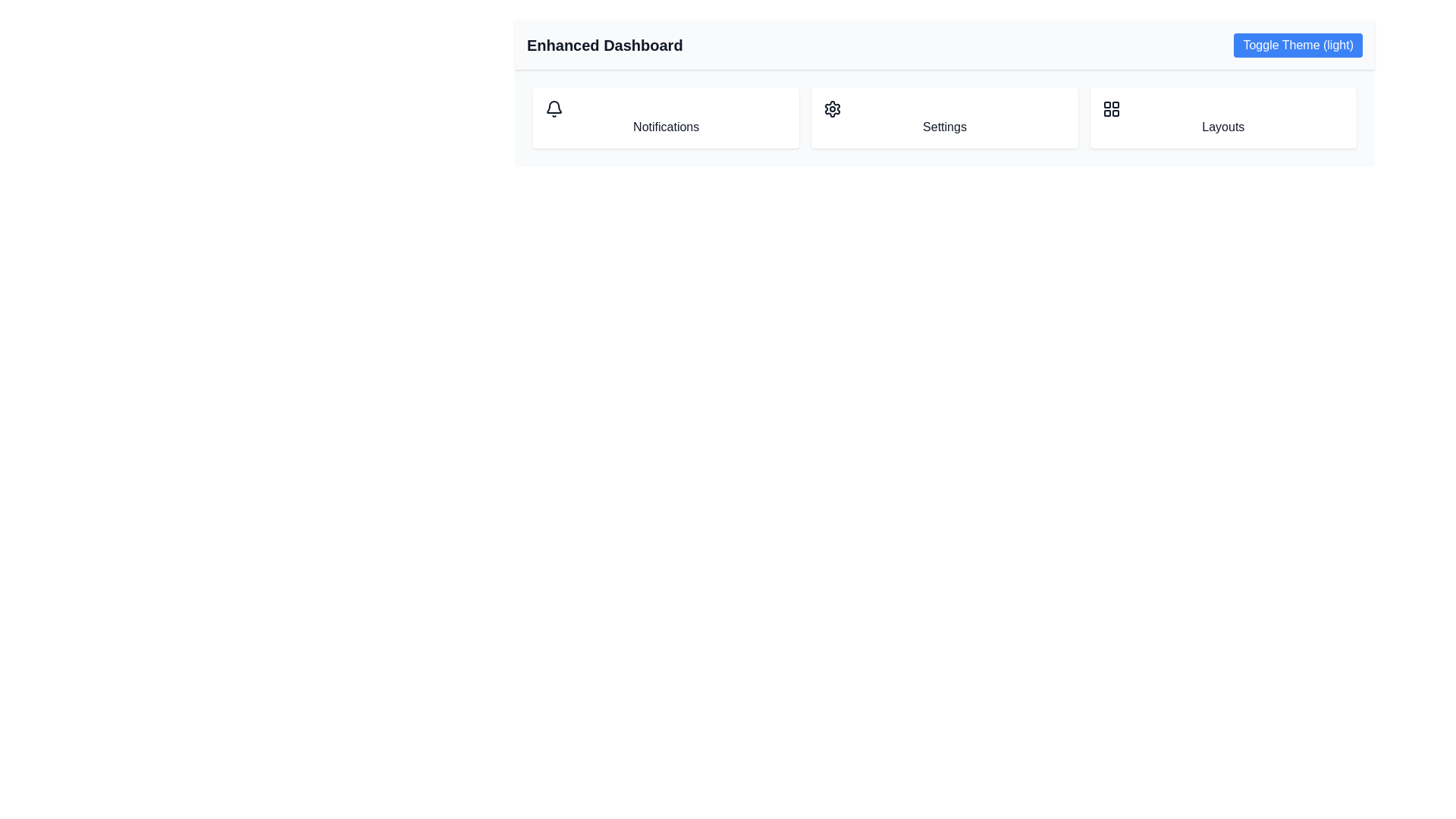  Describe the element at coordinates (1223, 117) in the screenshot. I see `the 'Layouts' button, which is the rightmost navigation item in a three-column grid layout` at that location.